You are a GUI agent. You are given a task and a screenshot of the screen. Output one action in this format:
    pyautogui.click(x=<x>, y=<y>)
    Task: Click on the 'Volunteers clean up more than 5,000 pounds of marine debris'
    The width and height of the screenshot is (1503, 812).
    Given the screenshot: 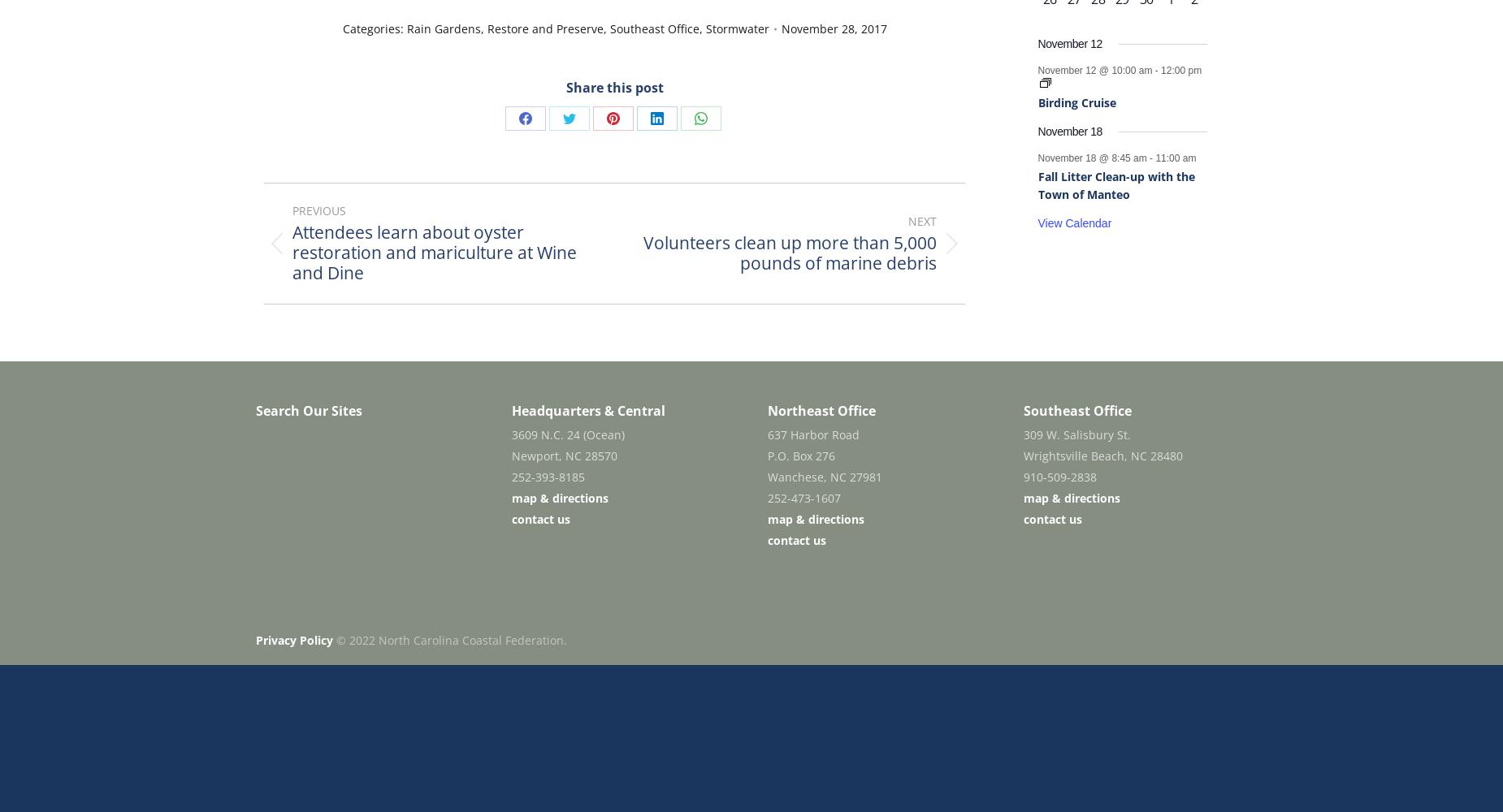 What is the action you would take?
    pyautogui.click(x=643, y=252)
    